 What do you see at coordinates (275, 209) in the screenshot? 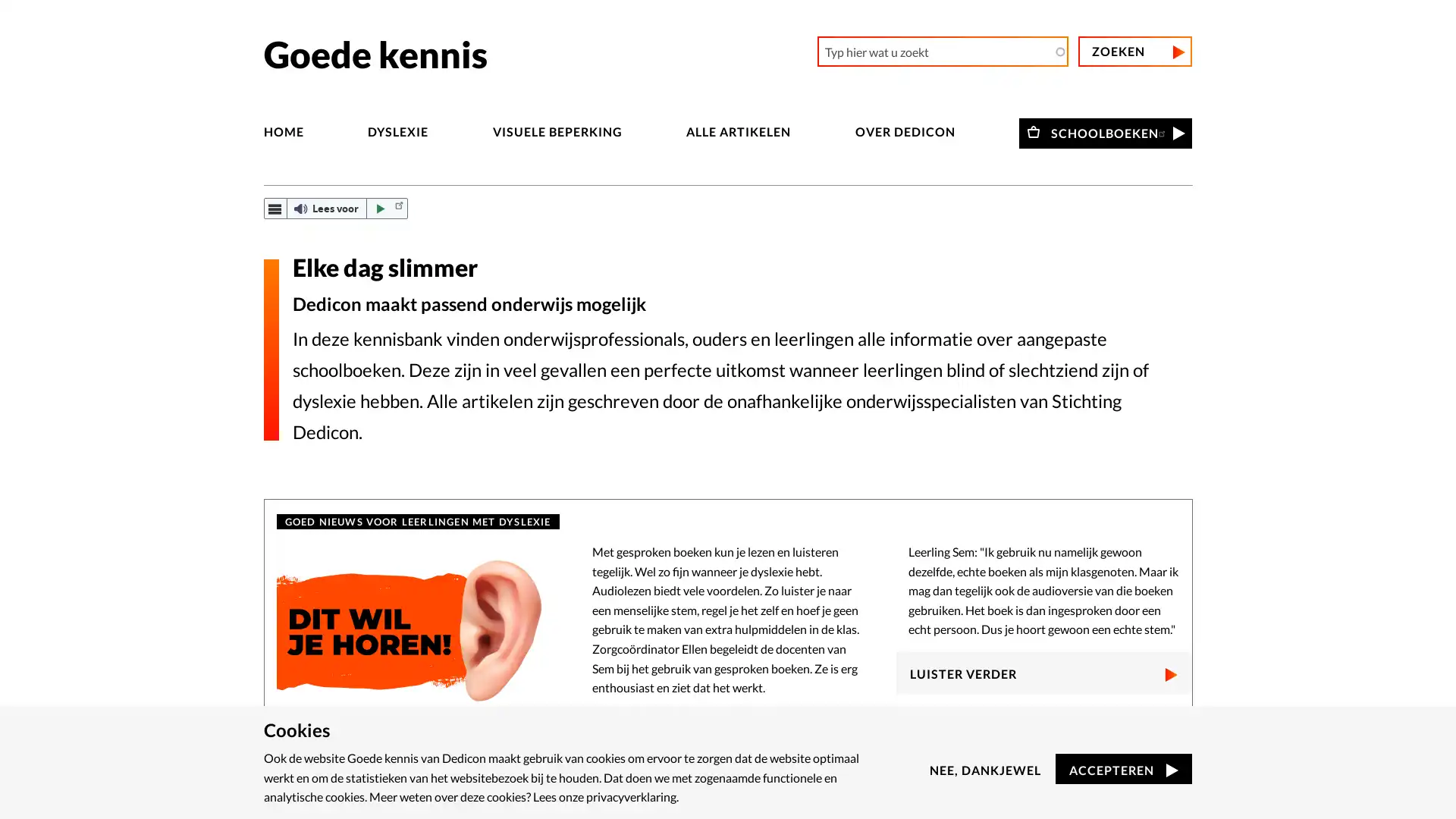
I see `webReader menu` at bounding box center [275, 209].